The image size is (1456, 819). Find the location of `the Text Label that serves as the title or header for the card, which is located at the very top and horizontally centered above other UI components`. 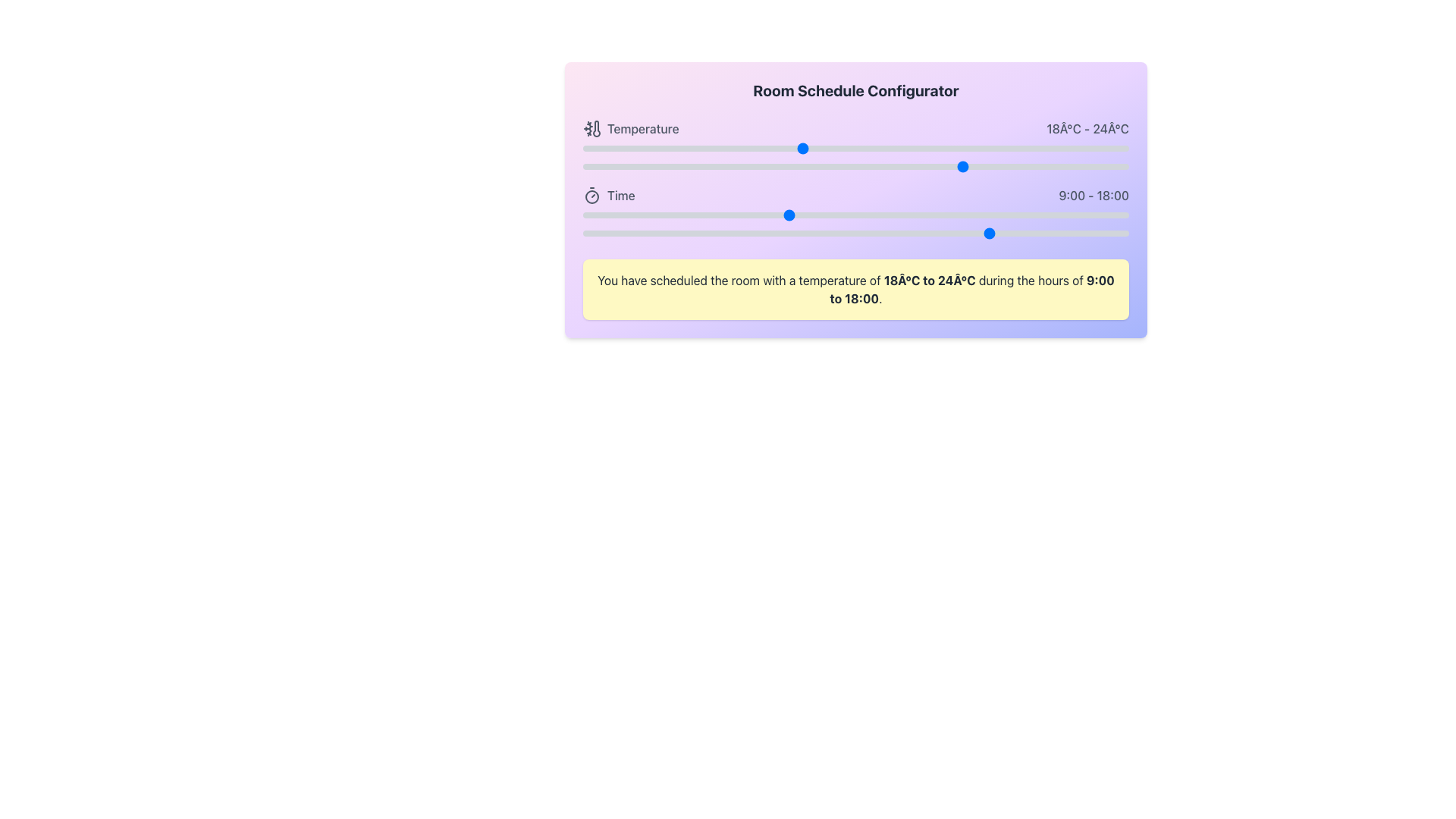

the Text Label that serves as the title or header for the card, which is located at the very top and horizontally centered above other UI components is located at coordinates (855, 90).